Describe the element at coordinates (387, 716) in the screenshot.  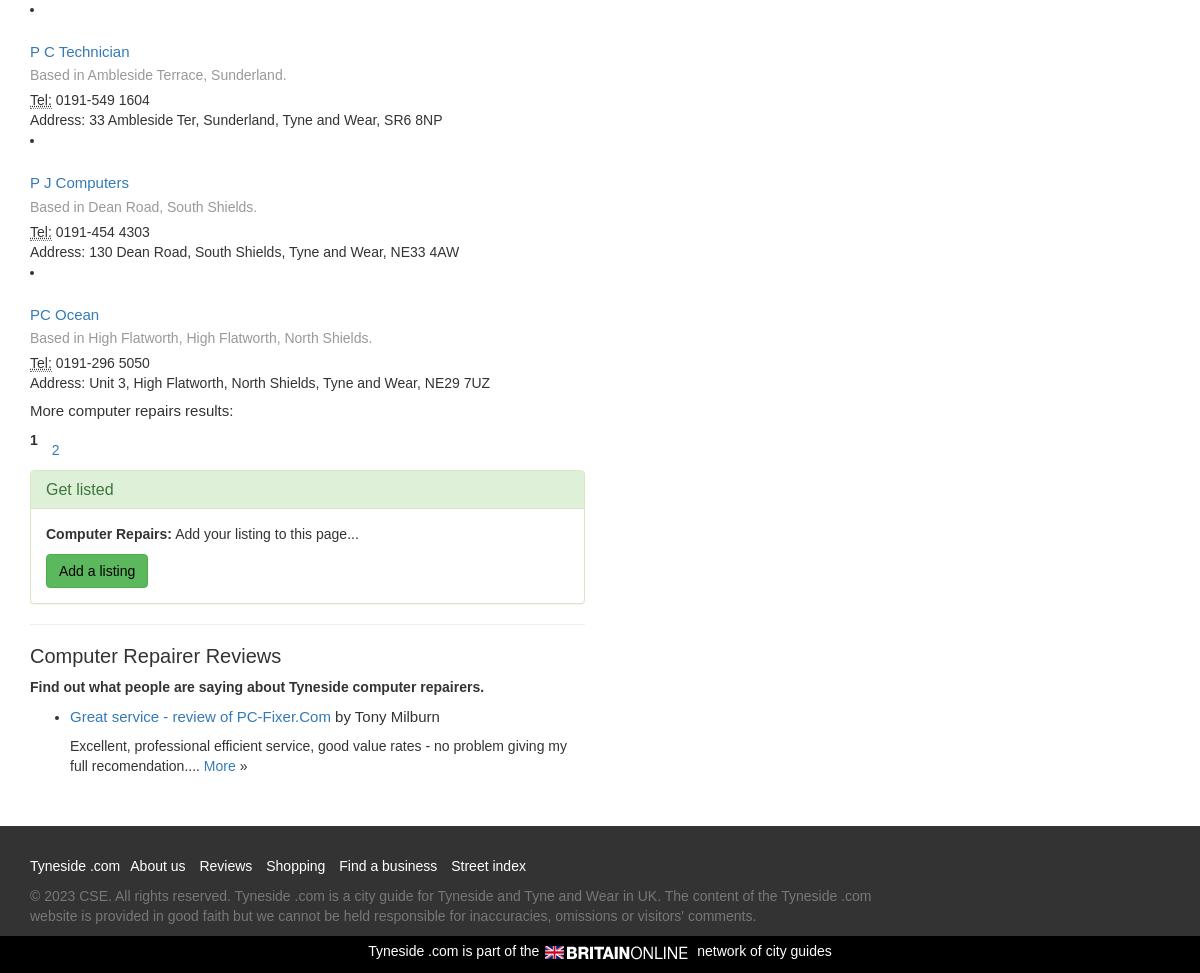
I see `'by Tony Milburn'` at that location.